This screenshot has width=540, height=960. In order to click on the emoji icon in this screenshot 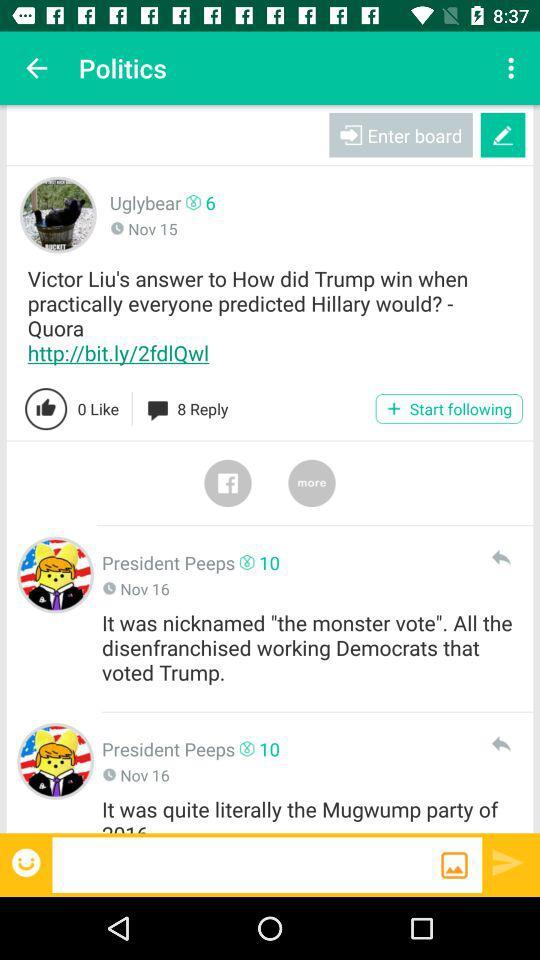, I will do `click(27, 861)`.